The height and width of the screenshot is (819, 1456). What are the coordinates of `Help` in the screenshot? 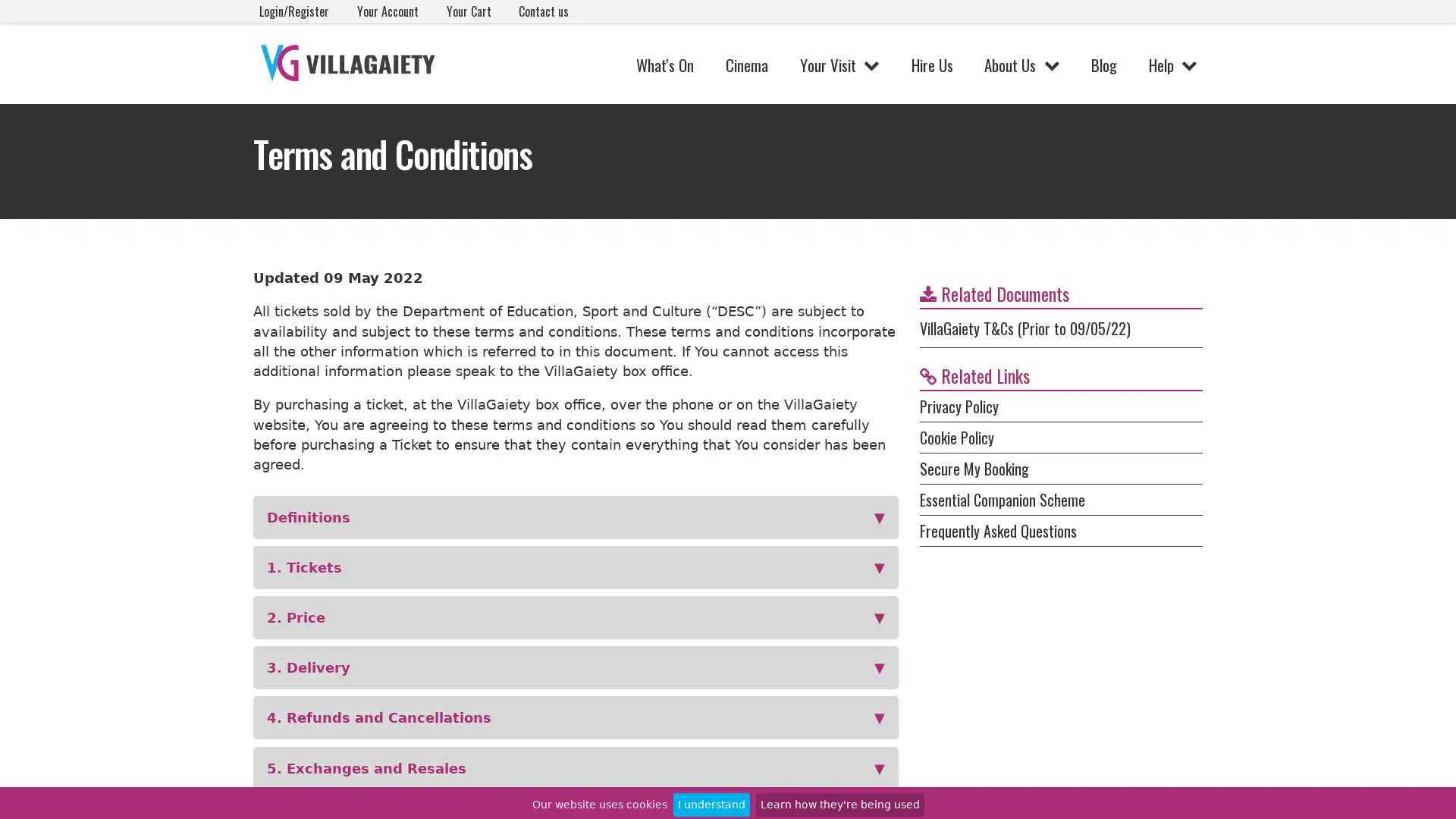 It's located at (1172, 64).